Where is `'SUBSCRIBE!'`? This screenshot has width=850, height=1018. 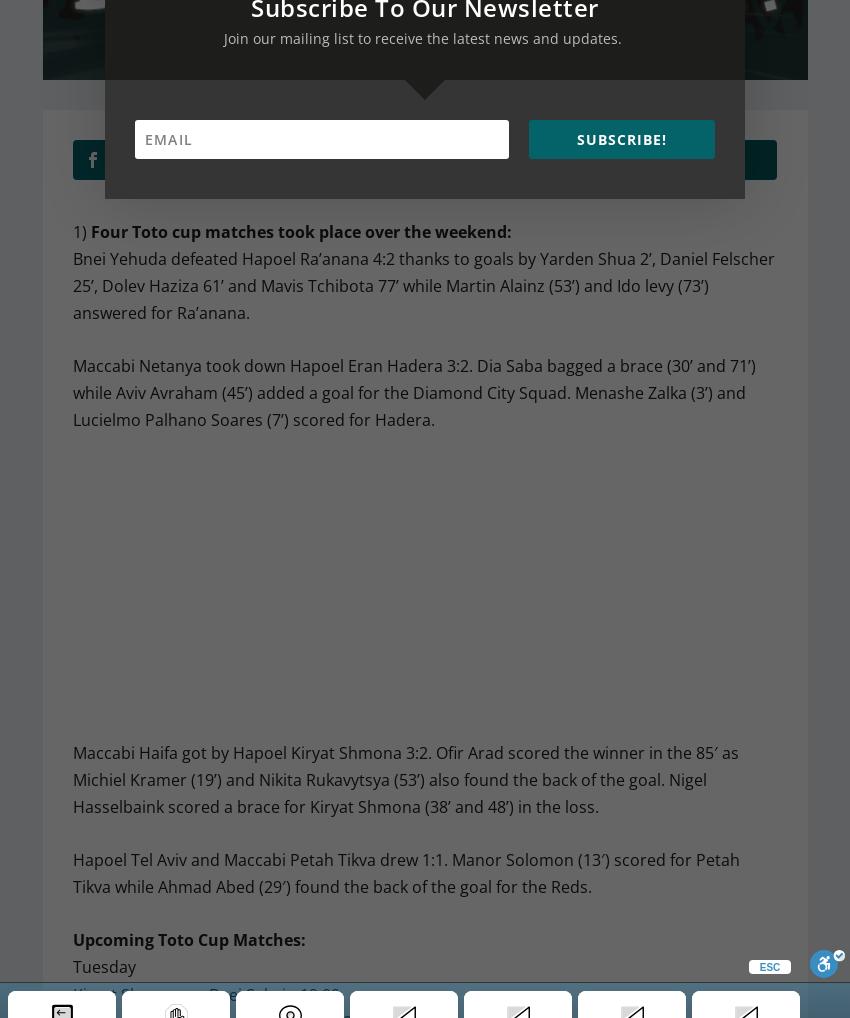 'SUBSCRIBE!' is located at coordinates (621, 138).